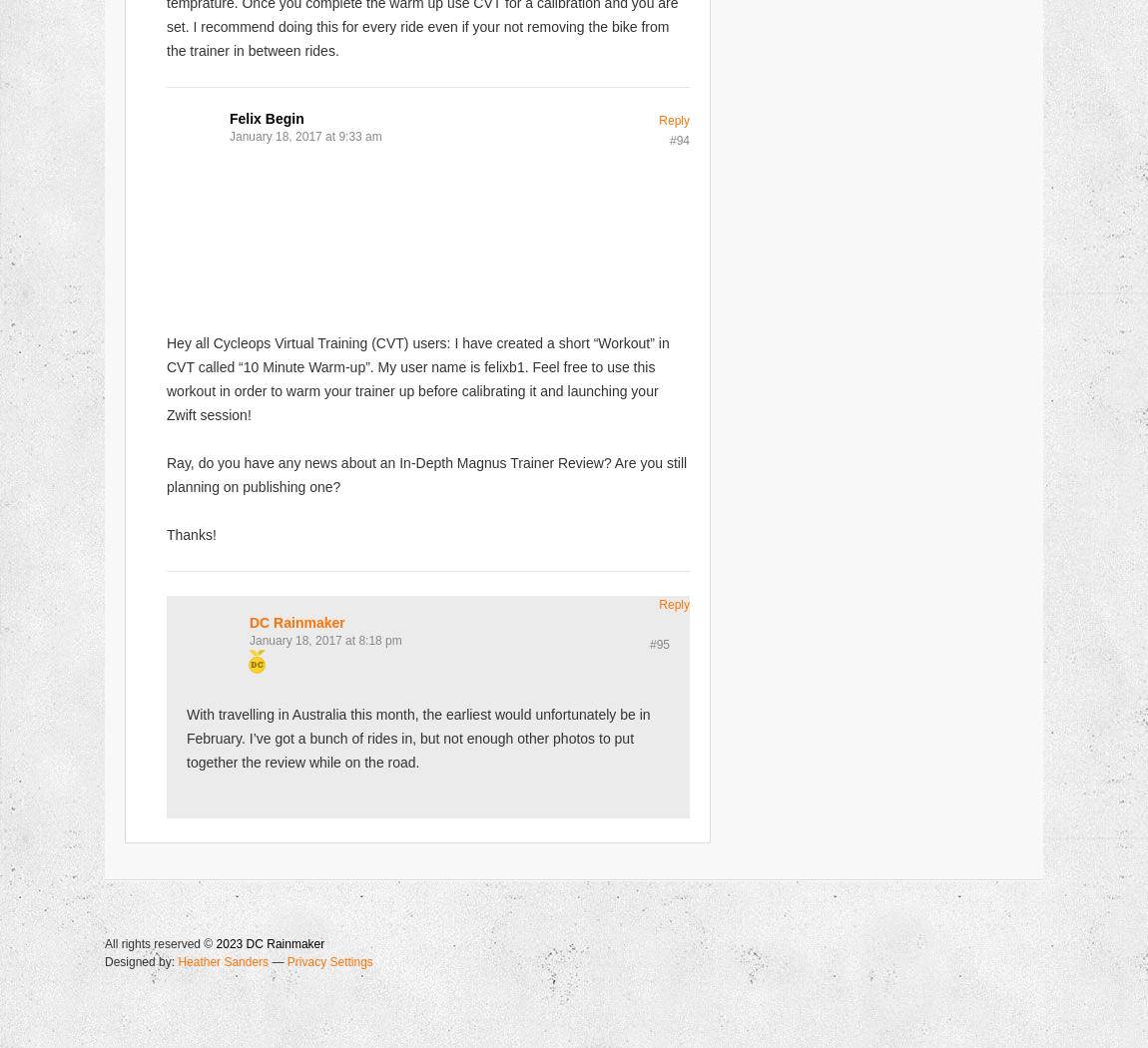 The height and width of the screenshot is (1048, 1148). Describe the element at coordinates (159, 942) in the screenshot. I see `'All rights reserved ©'` at that location.